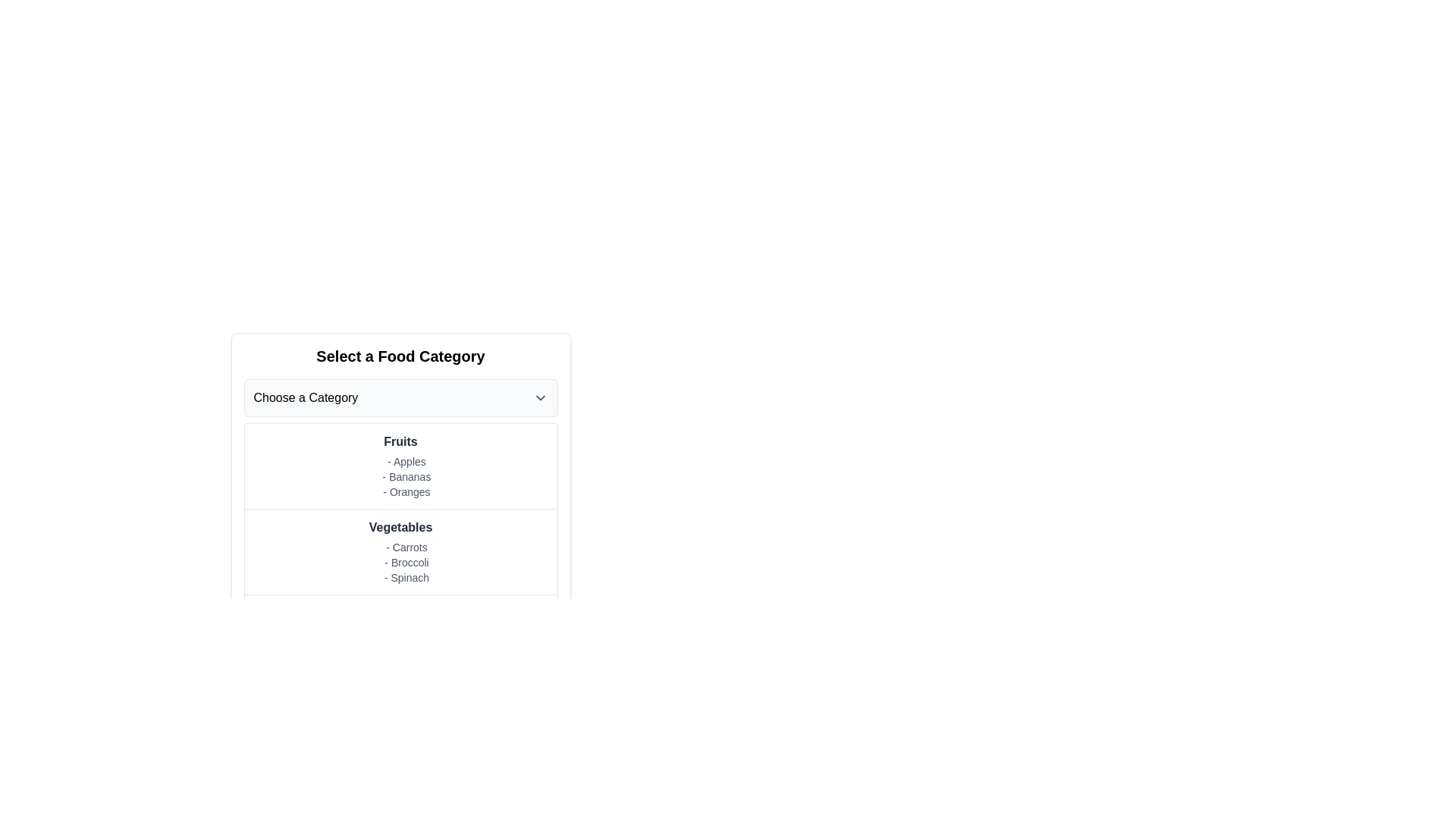 The width and height of the screenshot is (1456, 819). Describe the element at coordinates (406, 491) in the screenshot. I see `the non-interactive text label displaying 'Oranges', which is the third item under the 'Fruits' category in the list` at that location.